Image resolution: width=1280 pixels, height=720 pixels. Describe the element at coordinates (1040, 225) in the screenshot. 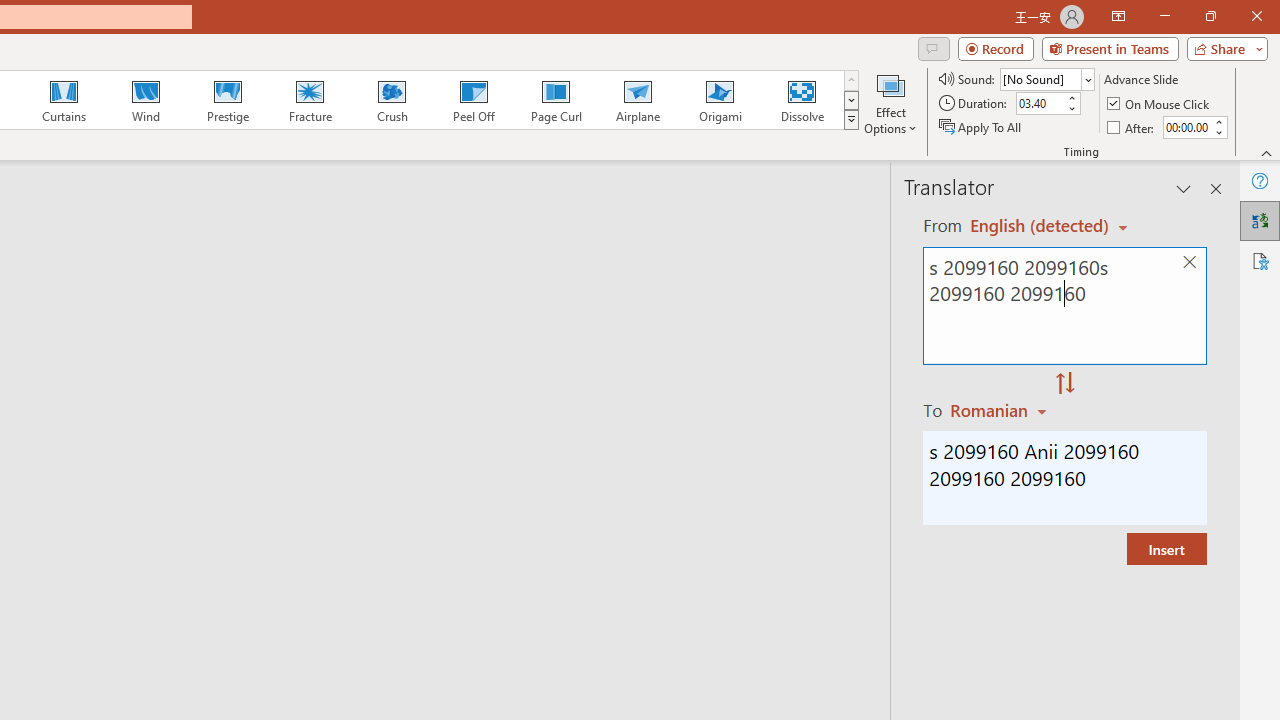

I see `'Czech (detected)'` at that location.